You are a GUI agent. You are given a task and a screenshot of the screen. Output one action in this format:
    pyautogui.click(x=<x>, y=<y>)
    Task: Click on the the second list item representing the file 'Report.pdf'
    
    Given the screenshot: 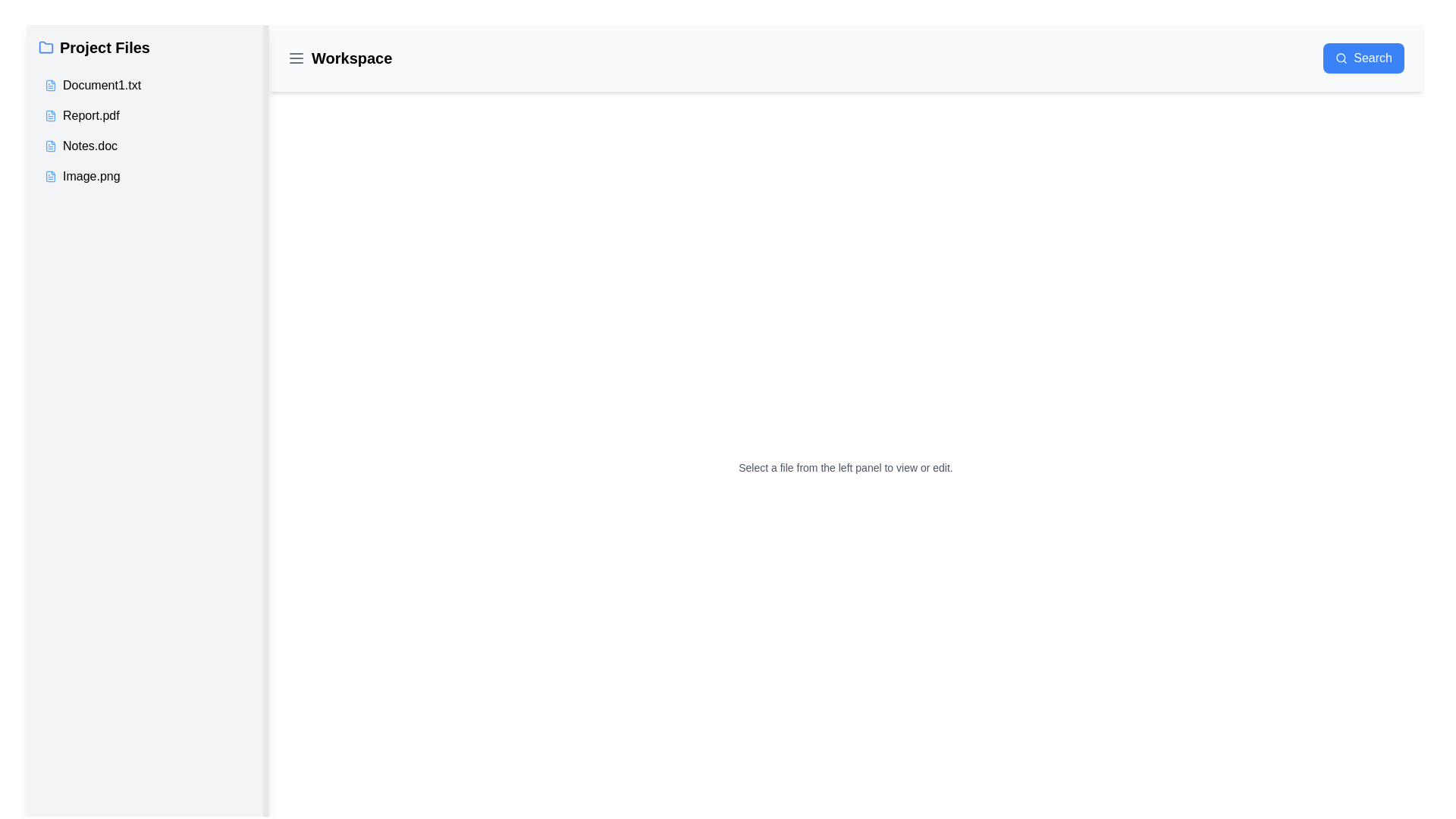 What is the action you would take?
    pyautogui.click(x=148, y=130)
    